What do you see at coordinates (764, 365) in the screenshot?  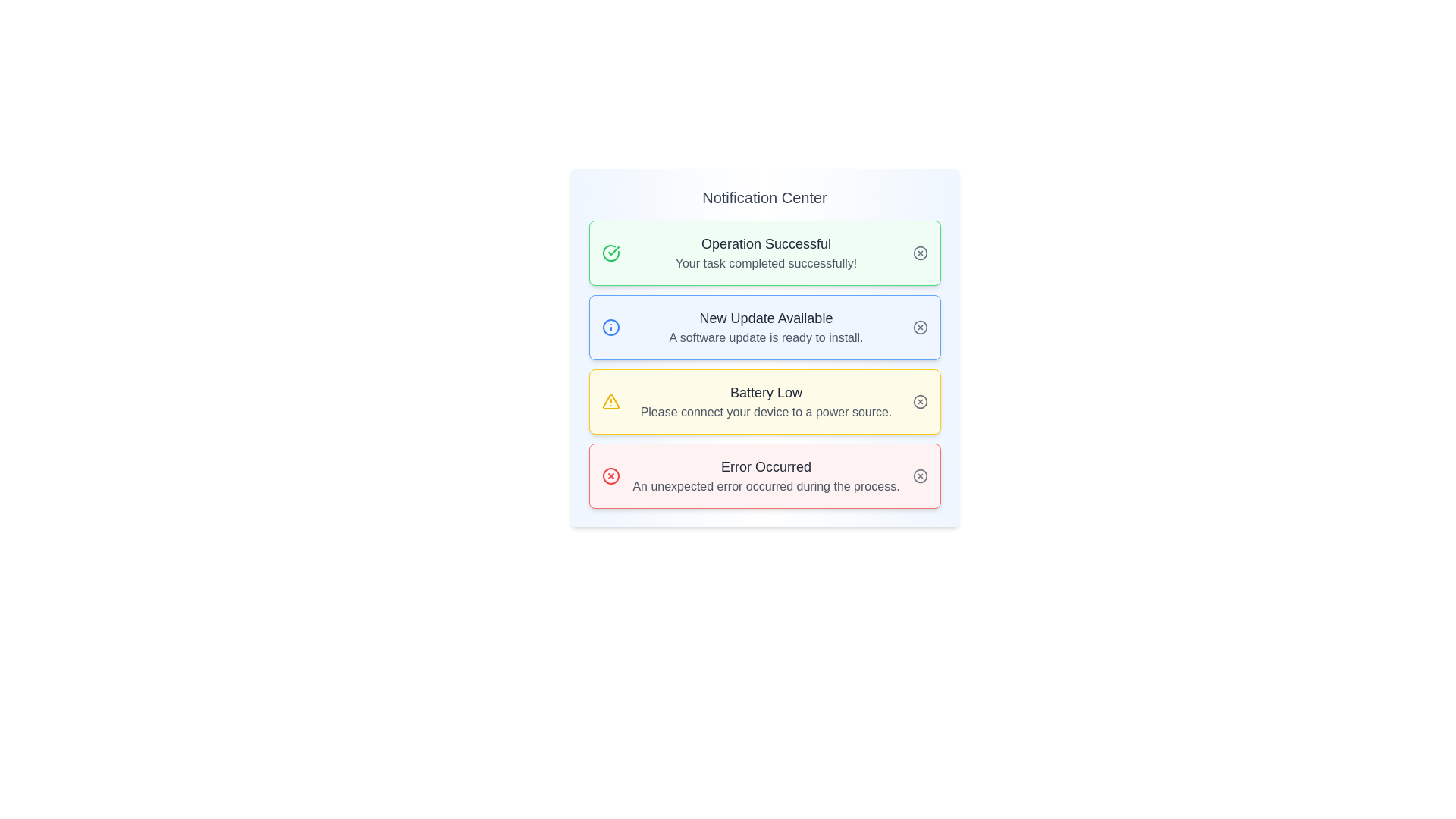 I see `the yellow notification card, which is the third card in the vertically stacked group of notification cards in the Notification Center` at bounding box center [764, 365].